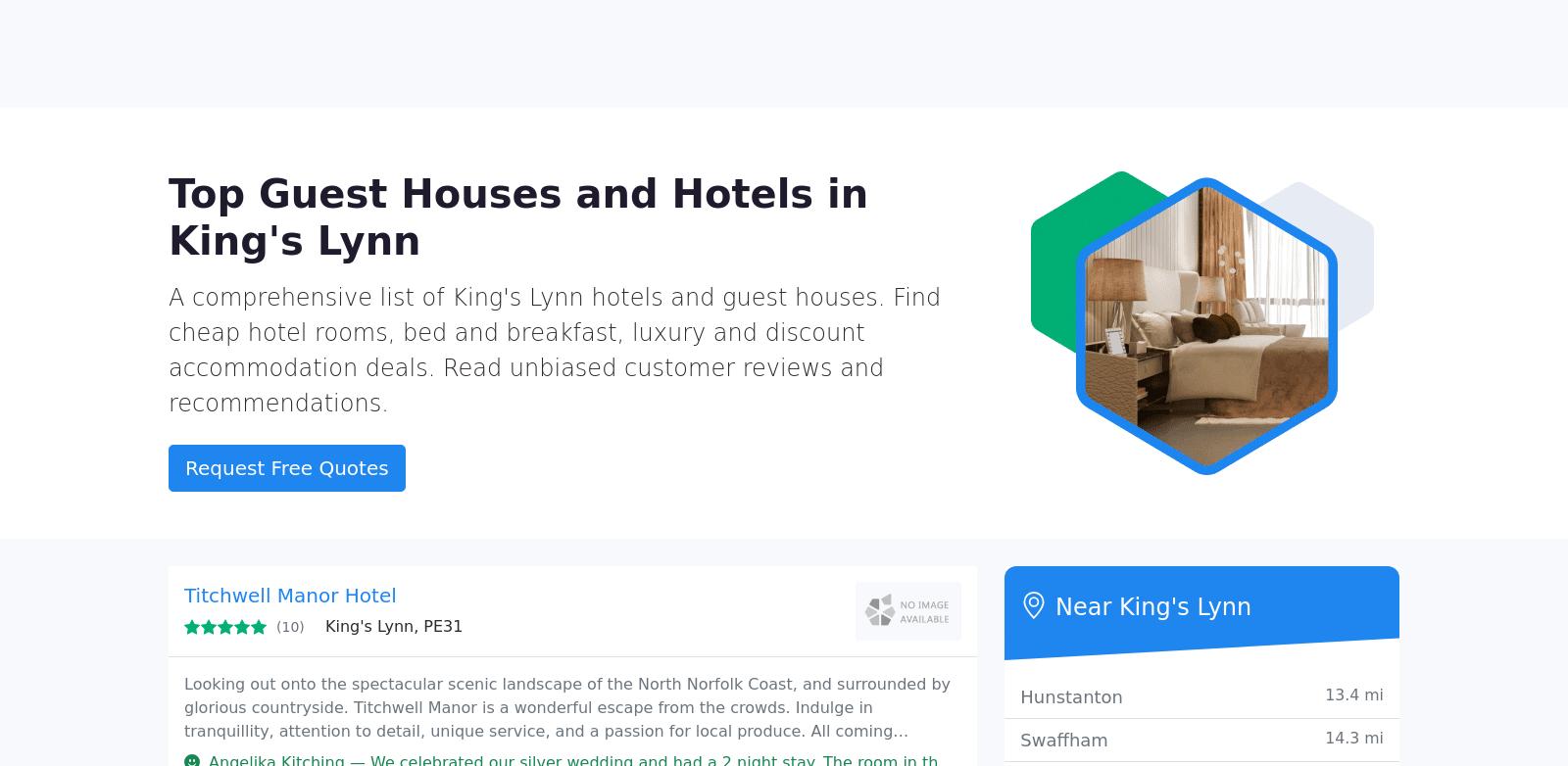 Image resolution: width=1568 pixels, height=766 pixels. I want to click on 'Sign In', so click(1367, 28).